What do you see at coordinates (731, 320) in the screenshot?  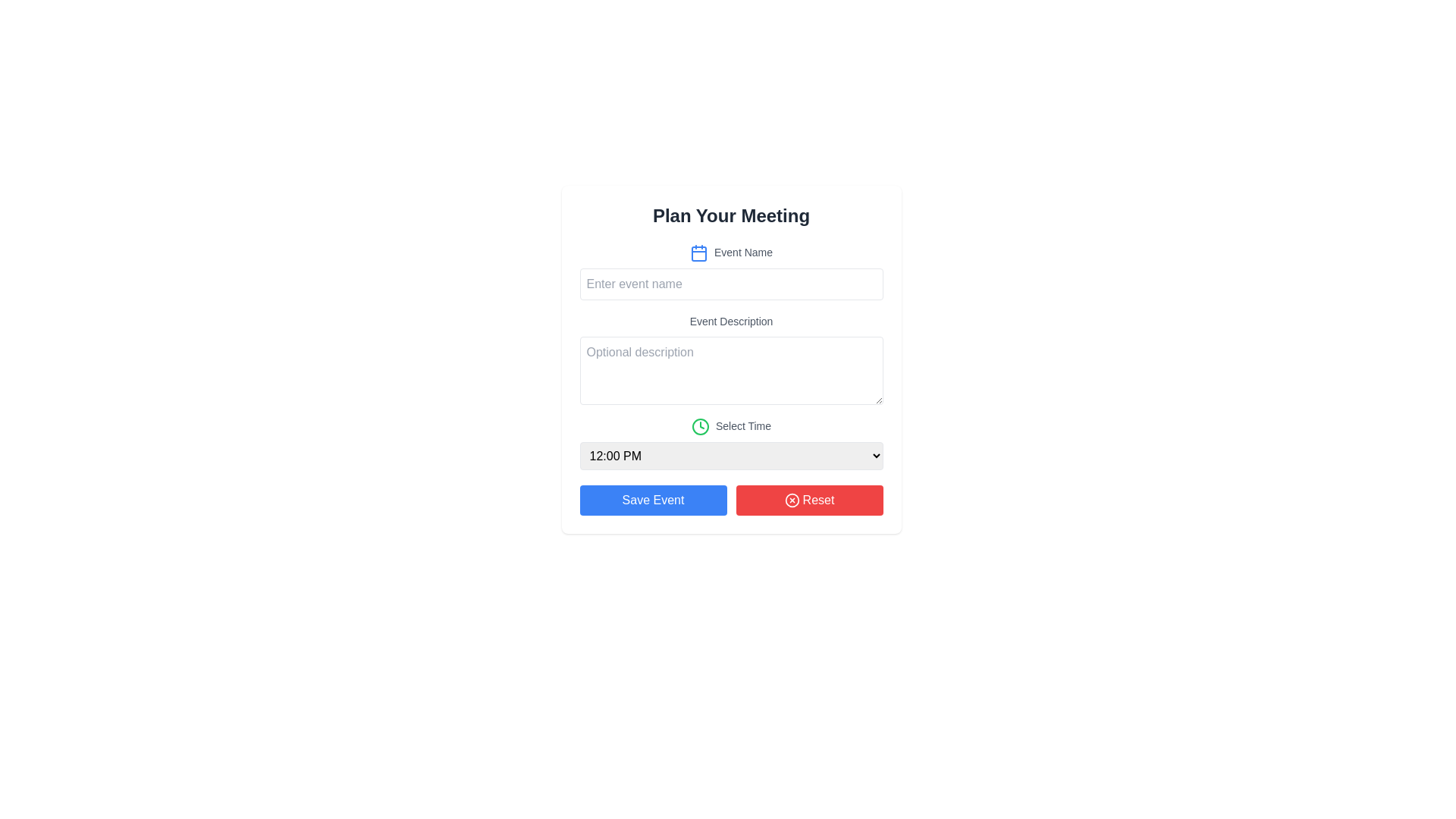 I see `the label element that provides guidance for the input field below it, positioned directly above the 'Optional description' input text area` at bounding box center [731, 320].